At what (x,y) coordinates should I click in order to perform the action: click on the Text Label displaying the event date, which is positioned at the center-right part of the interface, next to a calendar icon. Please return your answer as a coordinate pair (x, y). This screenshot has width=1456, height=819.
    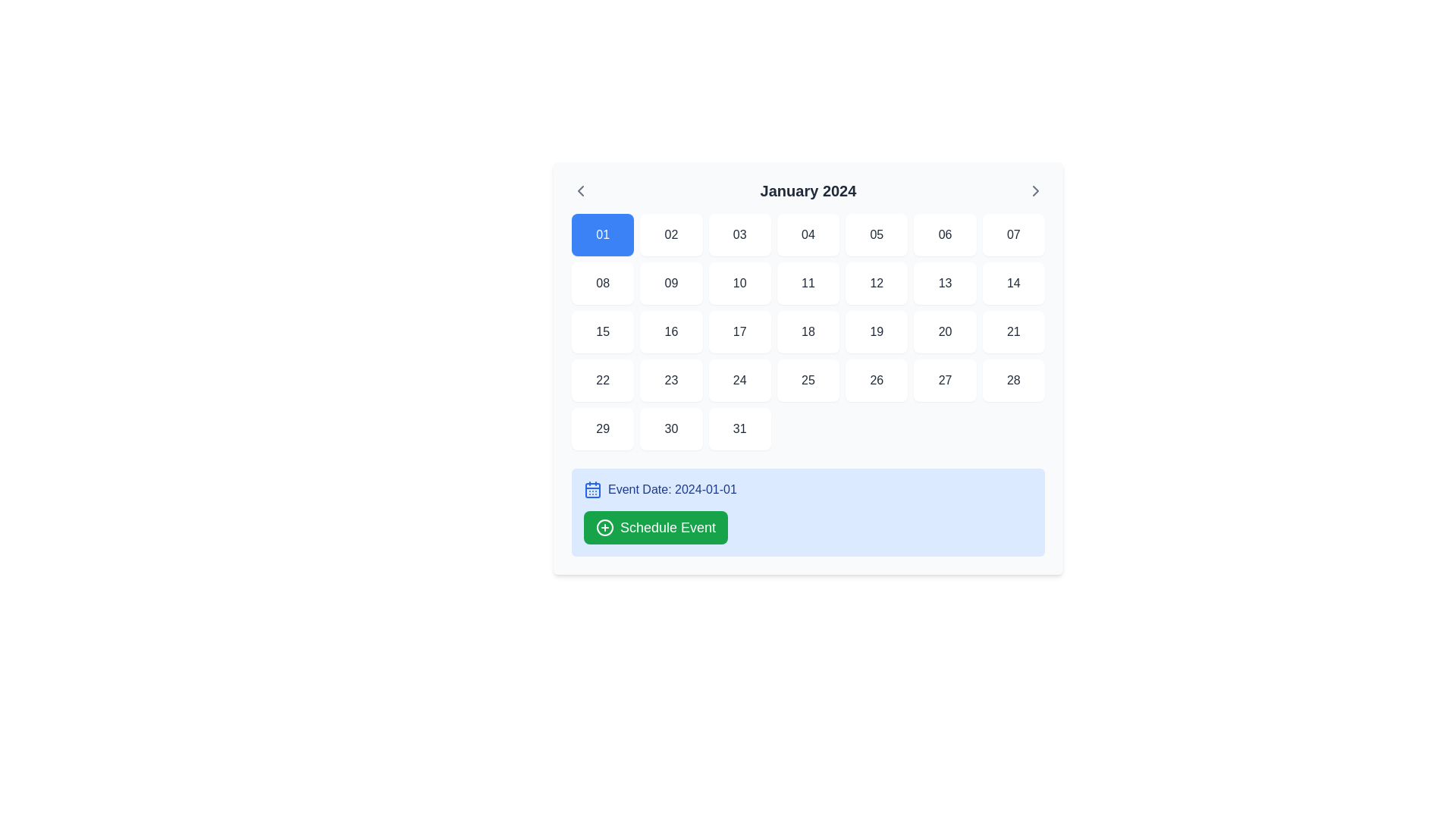
    Looking at the image, I should click on (672, 489).